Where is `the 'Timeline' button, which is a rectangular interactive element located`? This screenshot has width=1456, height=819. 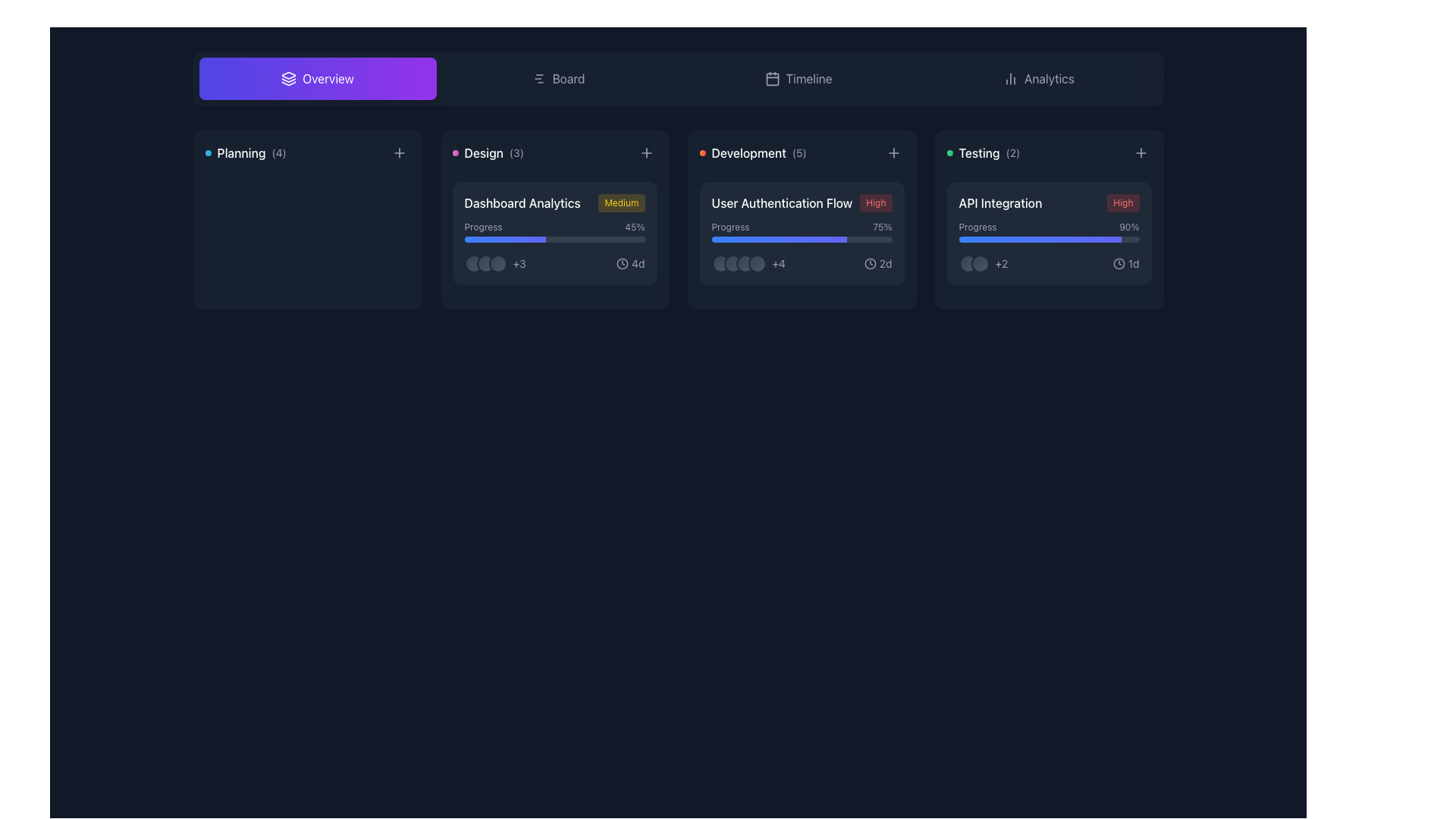
the 'Timeline' button, which is a rectangular interactive element located is located at coordinates (797, 79).